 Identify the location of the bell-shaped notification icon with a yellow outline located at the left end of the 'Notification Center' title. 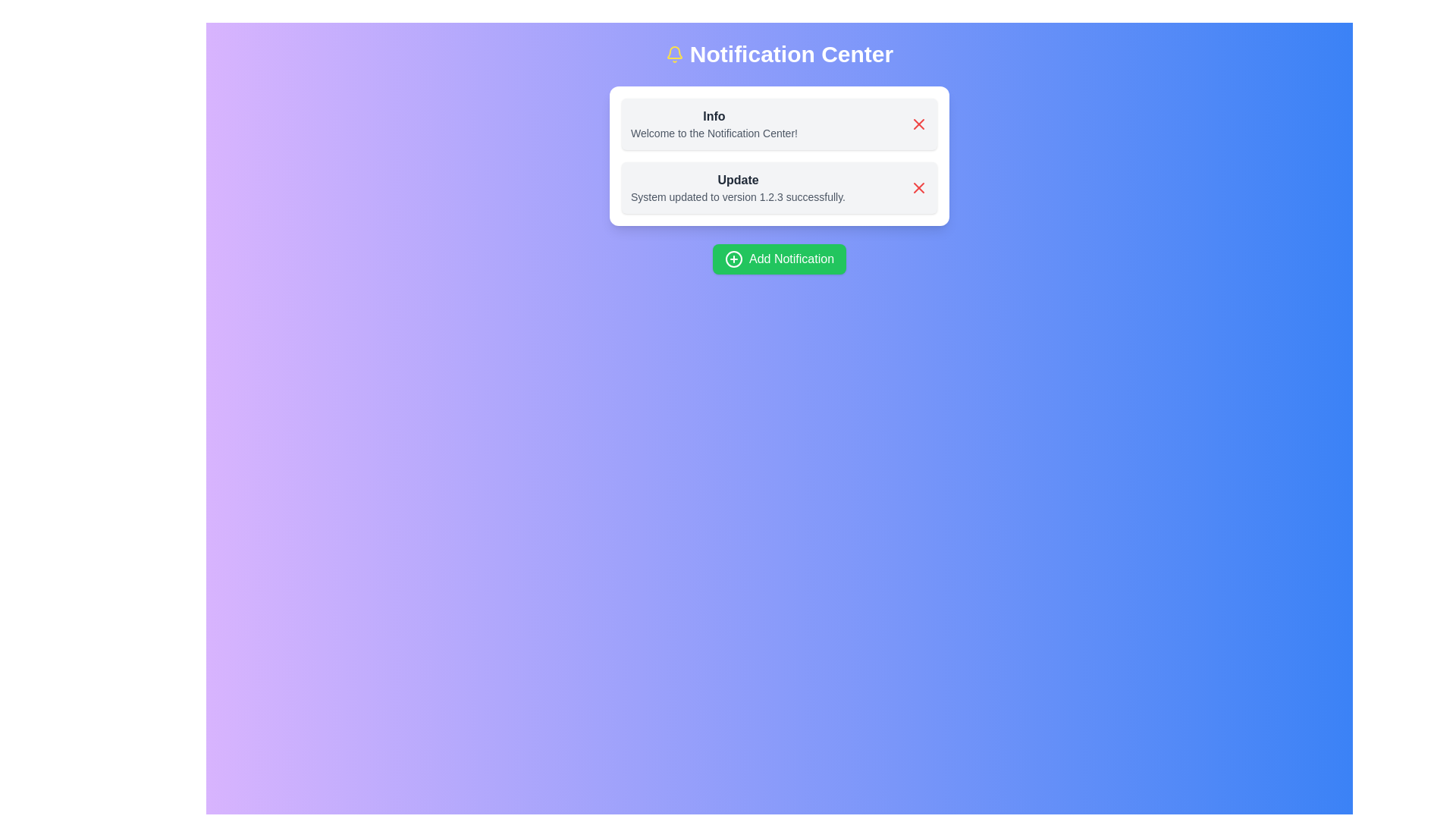
(673, 54).